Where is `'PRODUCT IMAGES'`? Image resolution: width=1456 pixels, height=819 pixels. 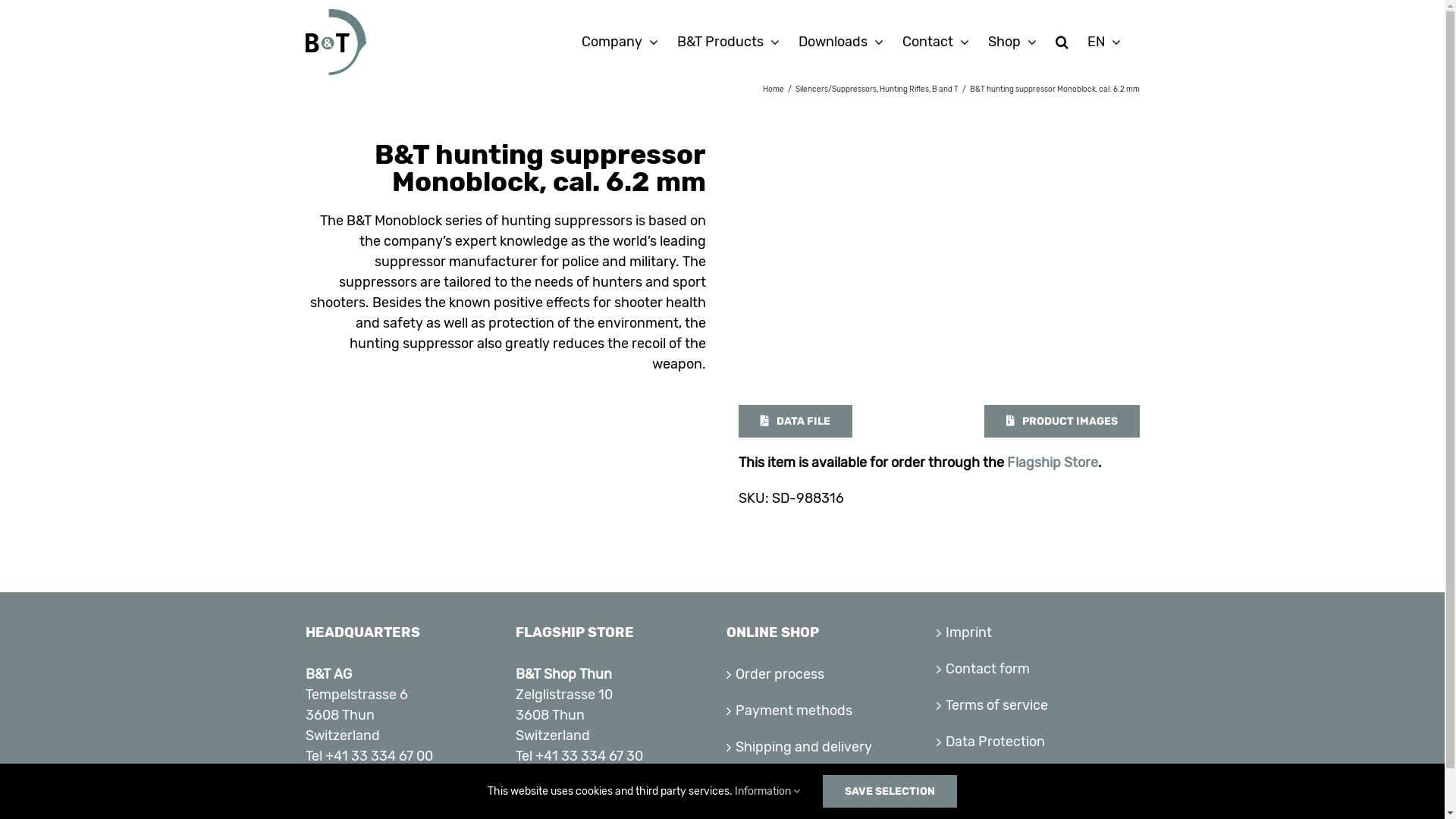
'PRODUCT IMAGES' is located at coordinates (1061, 421).